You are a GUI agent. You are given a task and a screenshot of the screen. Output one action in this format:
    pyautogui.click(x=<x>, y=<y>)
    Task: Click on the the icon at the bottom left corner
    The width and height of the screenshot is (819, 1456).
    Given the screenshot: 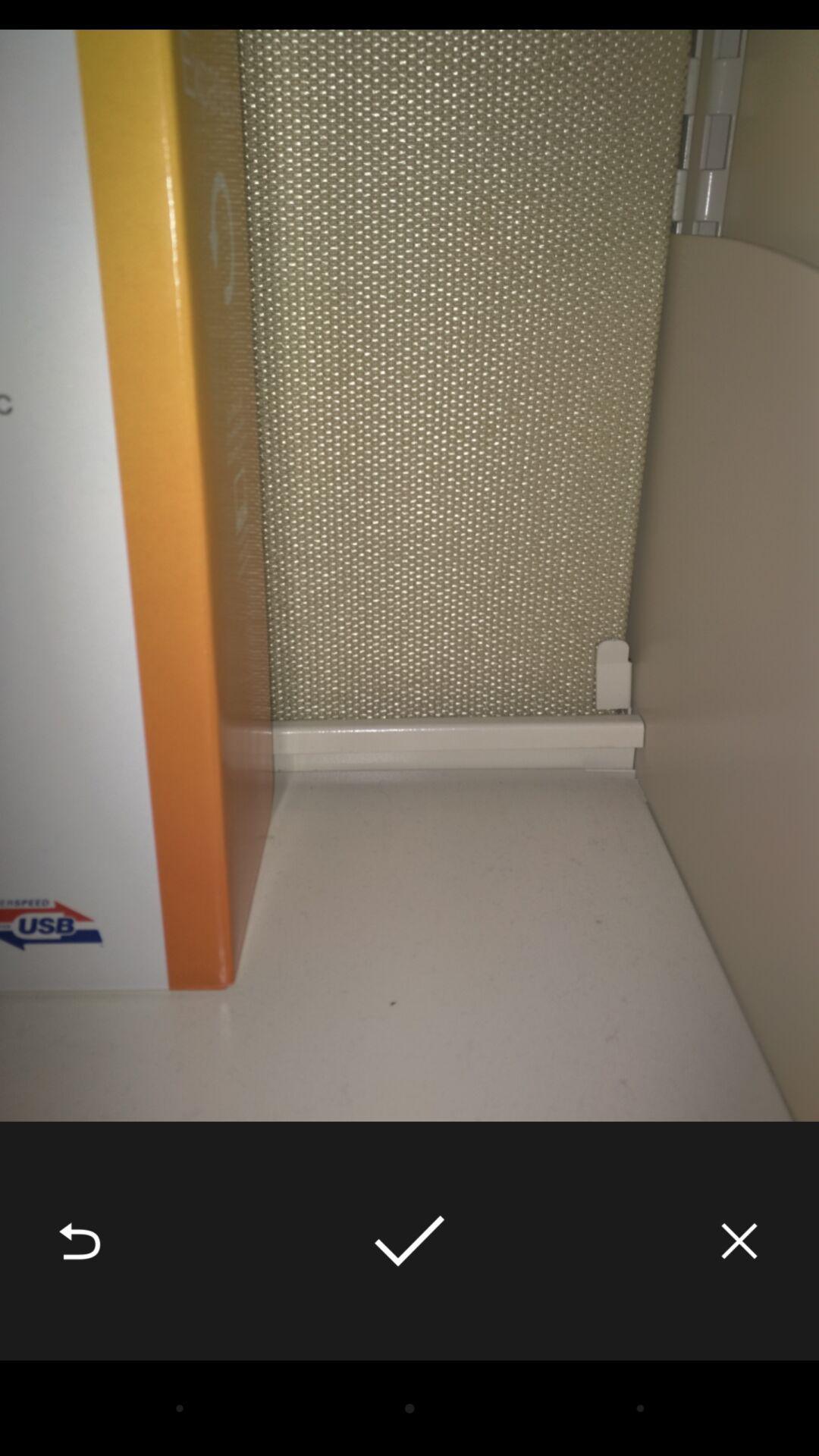 What is the action you would take?
    pyautogui.click(x=79, y=1241)
    